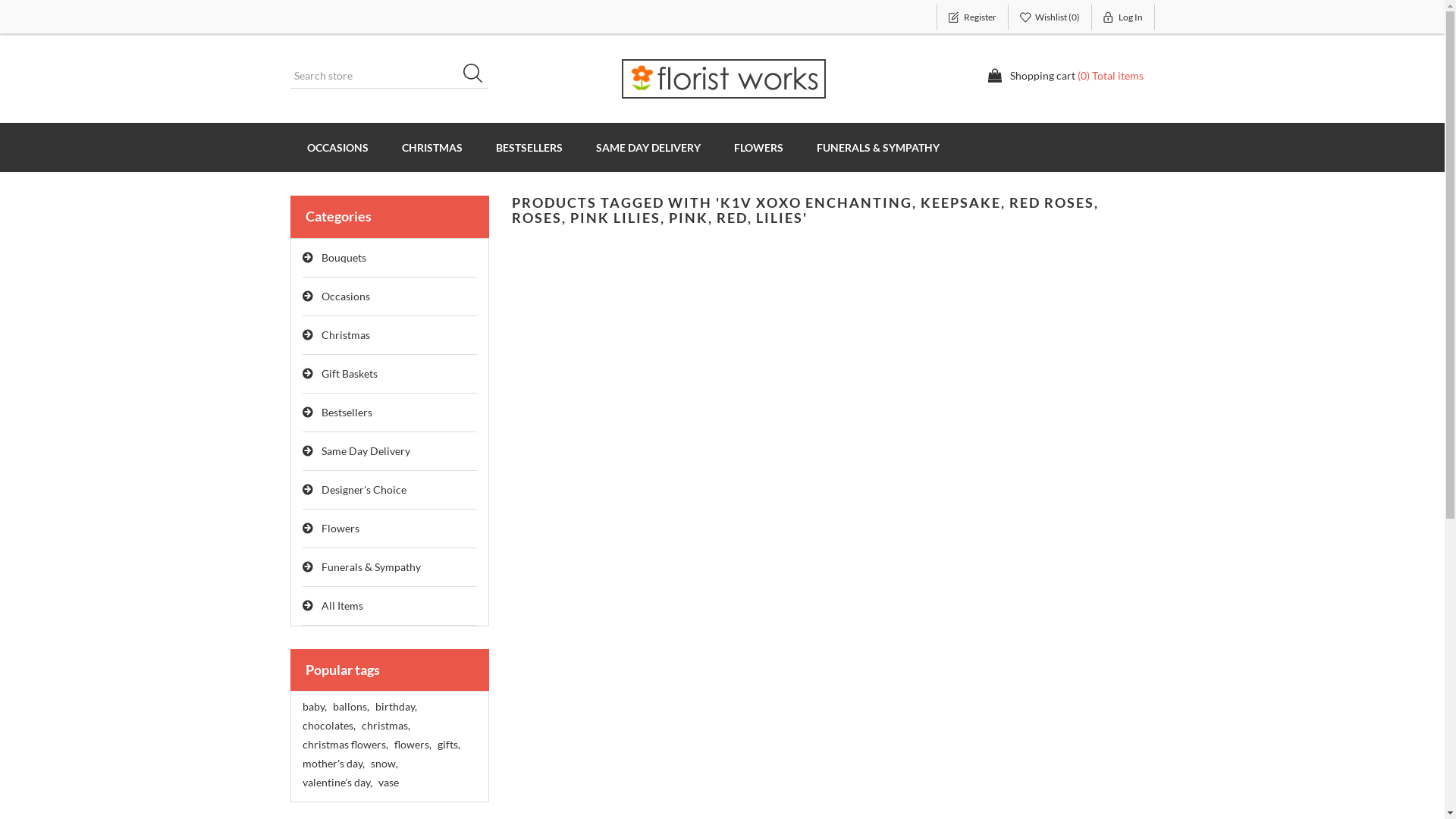 This screenshot has height=819, width=1456. Describe the element at coordinates (431, 147) in the screenshot. I see `'CHRISTMAS'` at that location.